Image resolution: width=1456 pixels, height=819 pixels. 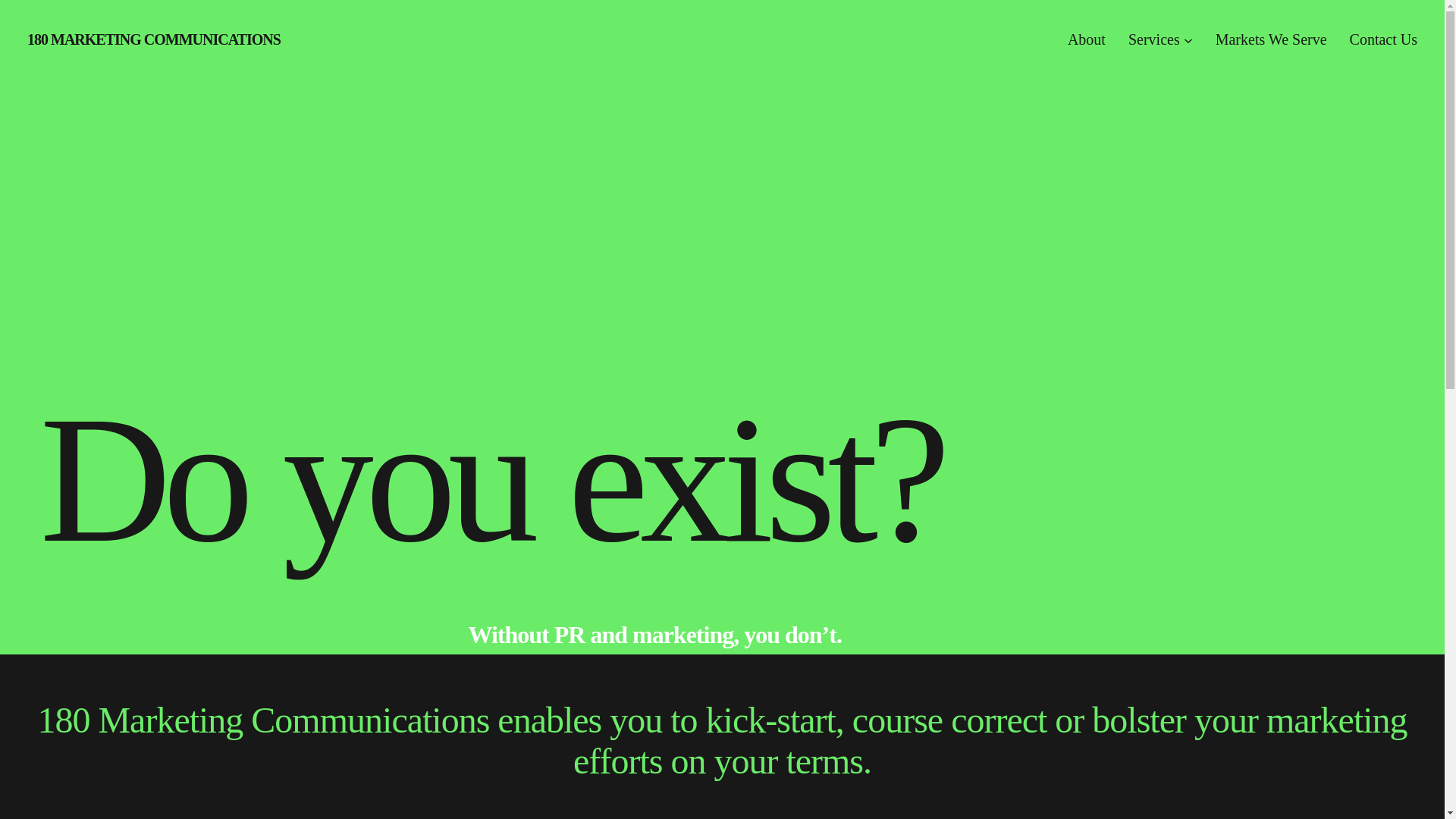 I want to click on '180 MARKETING COMMUNICATIONS', so click(x=153, y=38).